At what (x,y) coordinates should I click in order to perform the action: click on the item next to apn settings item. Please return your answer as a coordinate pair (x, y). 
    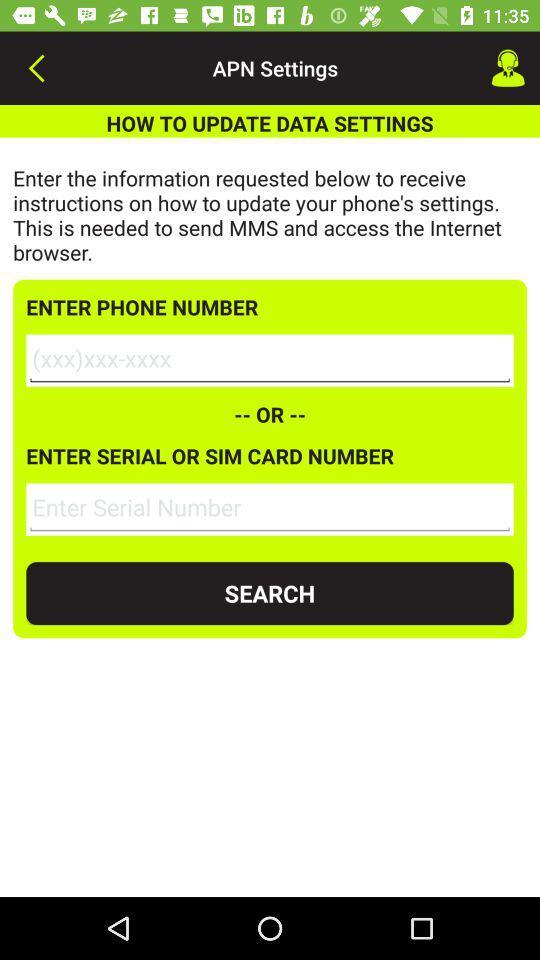
    Looking at the image, I should click on (508, 68).